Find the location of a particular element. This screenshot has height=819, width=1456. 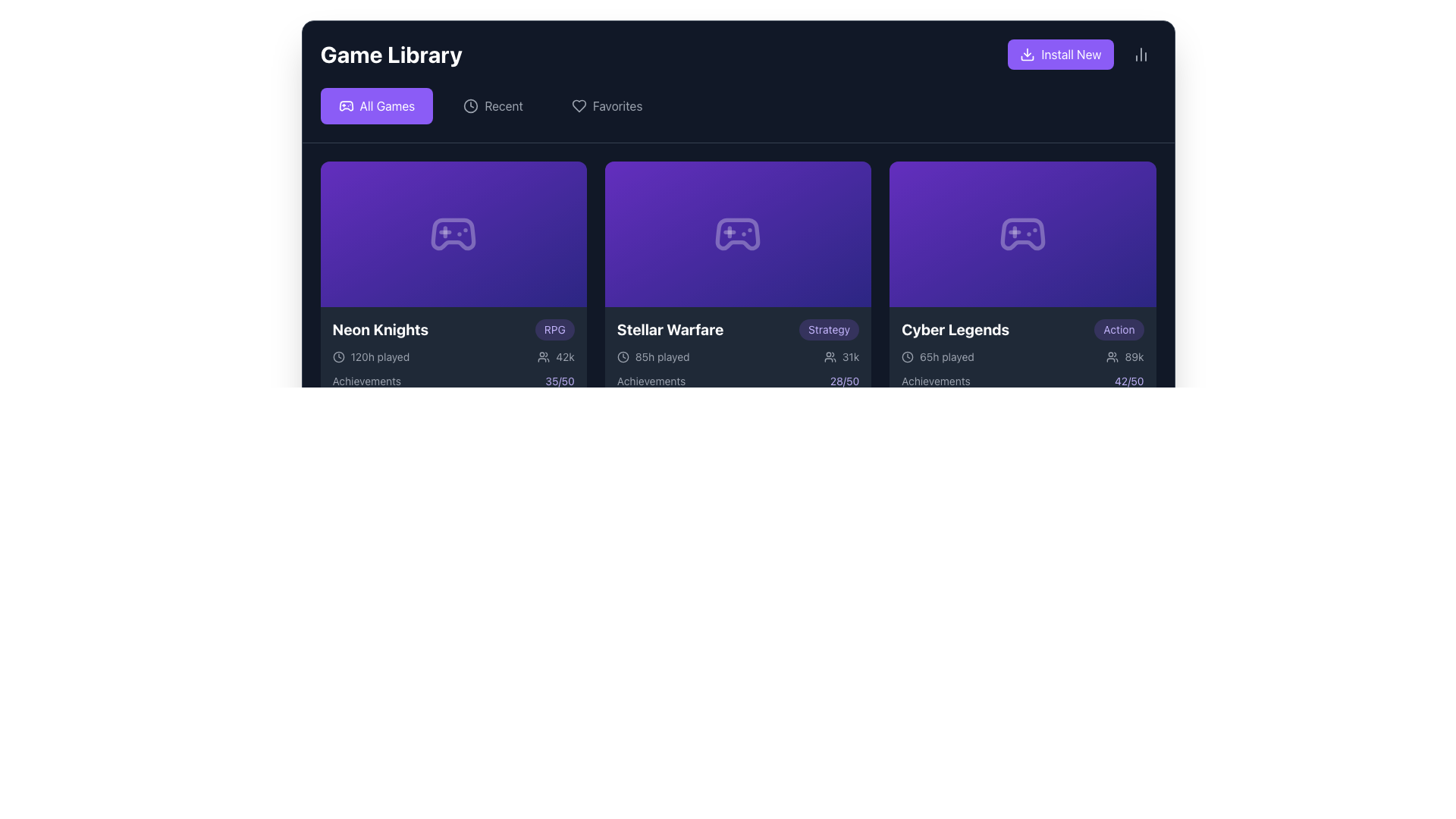

text displayed in the '65h played' text label, which is shown in a small-sized sans-serif font and is located below the 'Cyber Legends' card is located at coordinates (946, 356).